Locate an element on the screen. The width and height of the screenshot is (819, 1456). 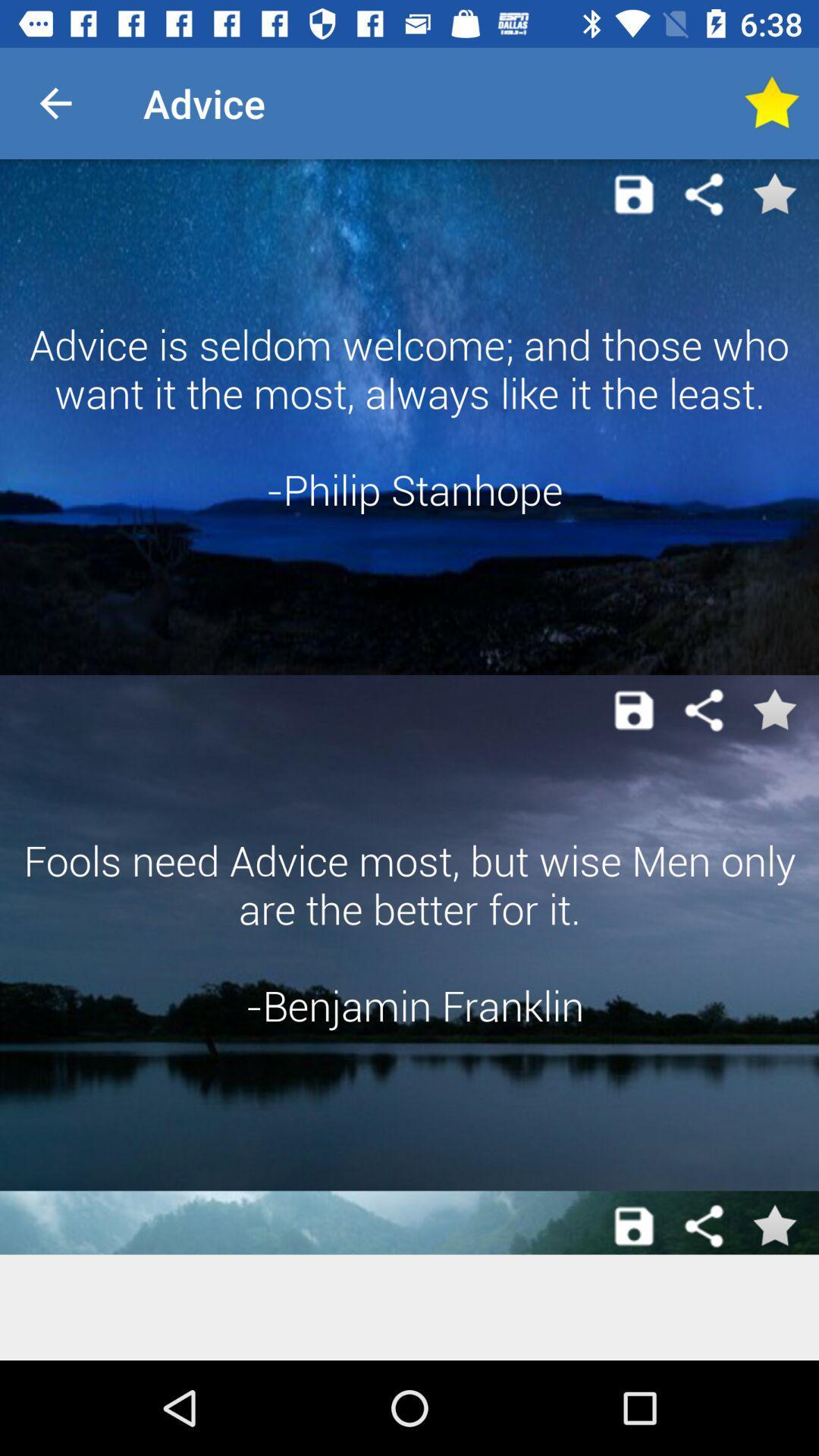
save option is located at coordinates (634, 1226).